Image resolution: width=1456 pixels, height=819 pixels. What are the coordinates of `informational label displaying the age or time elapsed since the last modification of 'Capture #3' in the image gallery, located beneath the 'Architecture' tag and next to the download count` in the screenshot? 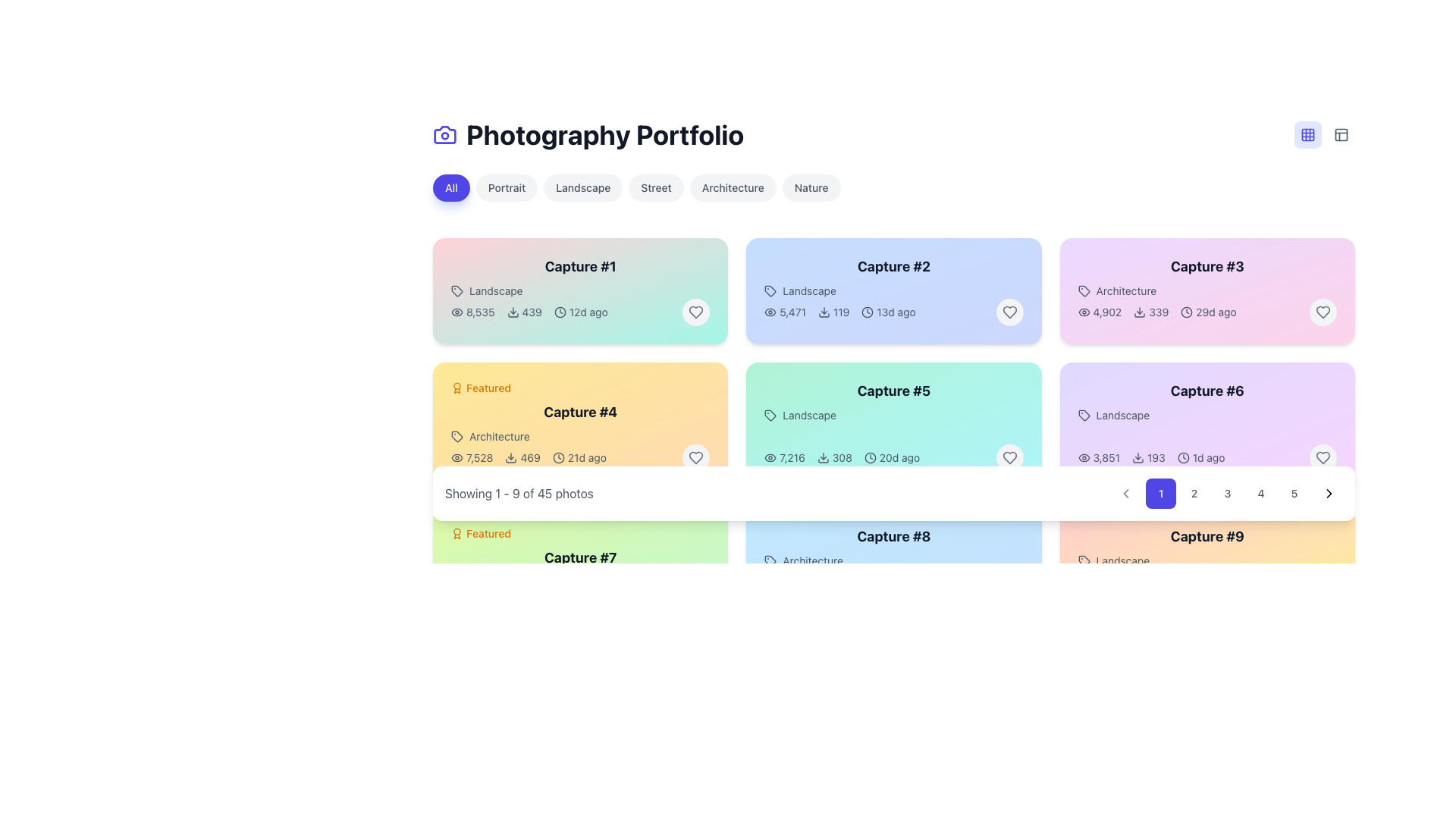 It's located at (1207, 312).